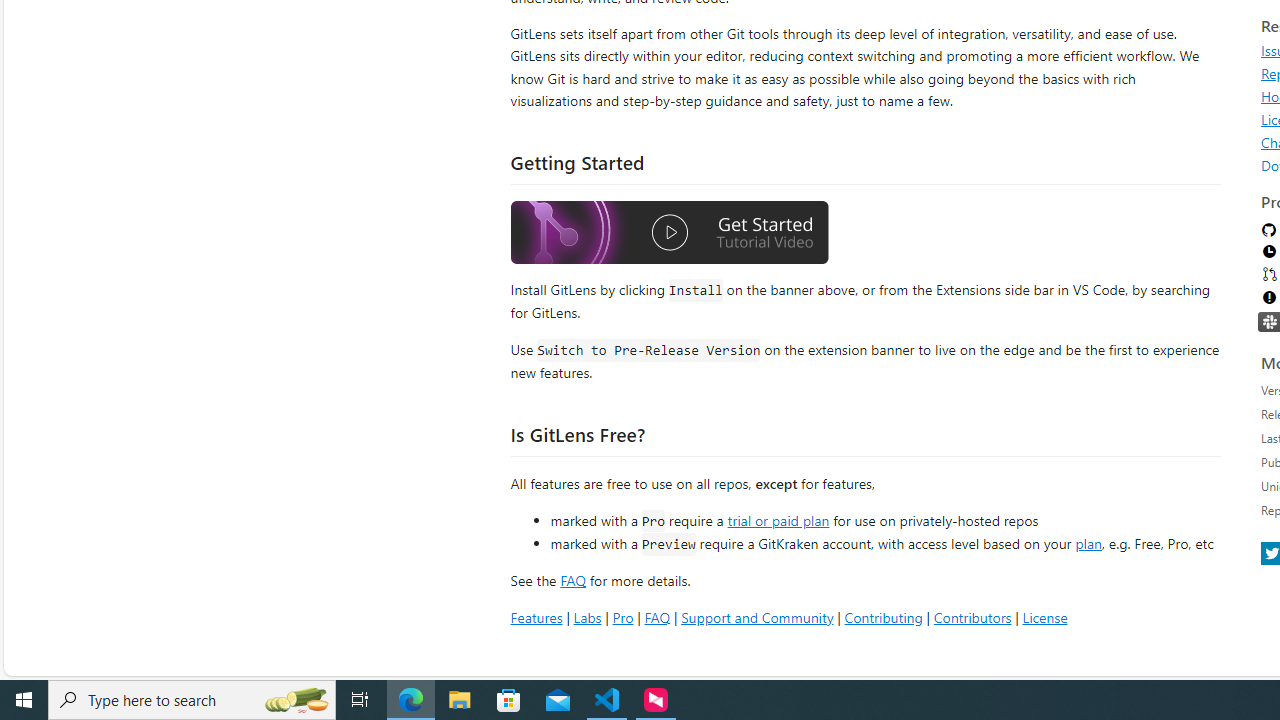 This screenshot has height=720, width=1280. Describe the element at coordinates (669, 234) in the screenshot. I see `'Watch the GitLens Getting Started video'` at that location.